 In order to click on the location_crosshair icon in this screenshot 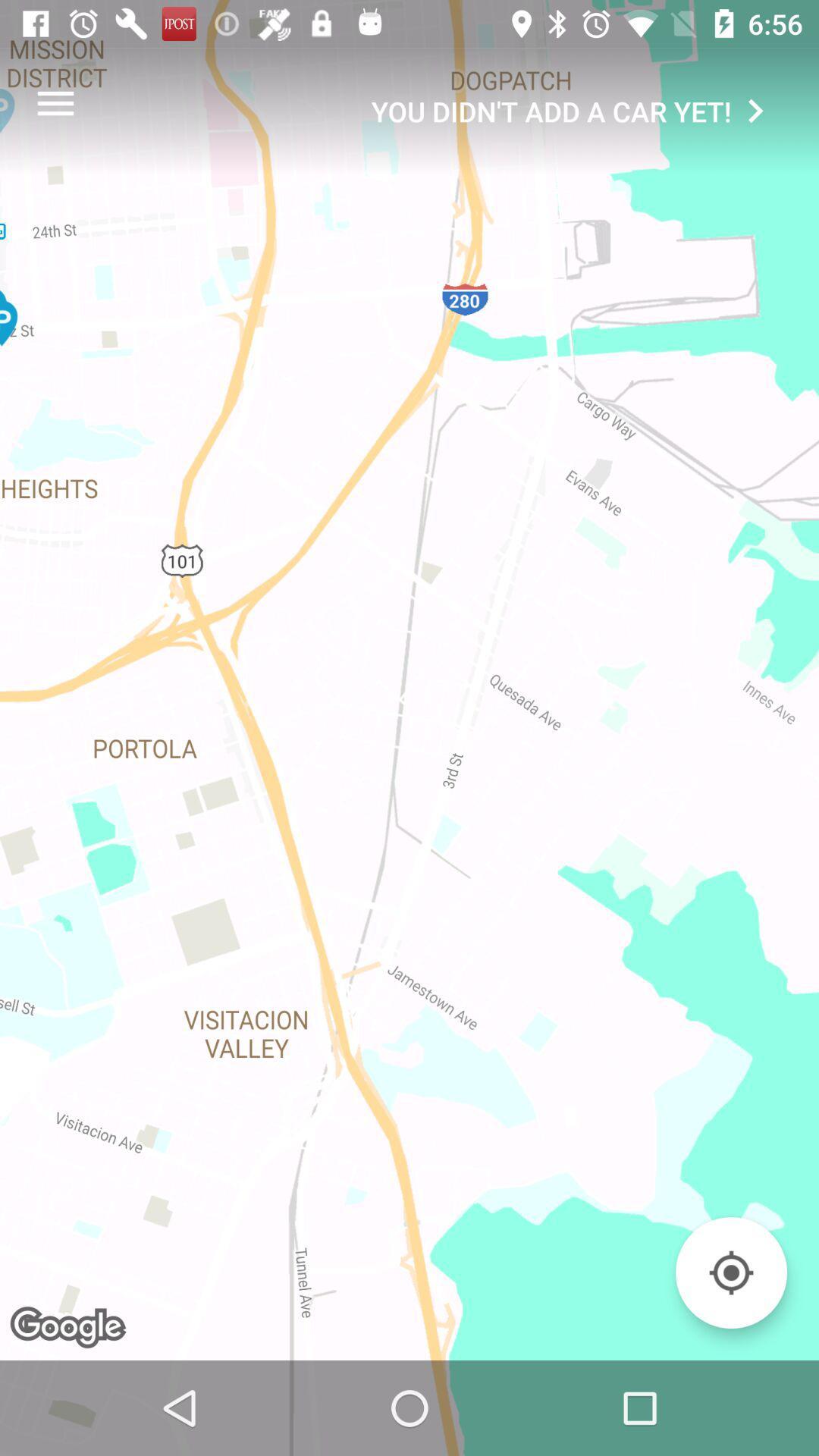, I will do `click(730, 1272)`.